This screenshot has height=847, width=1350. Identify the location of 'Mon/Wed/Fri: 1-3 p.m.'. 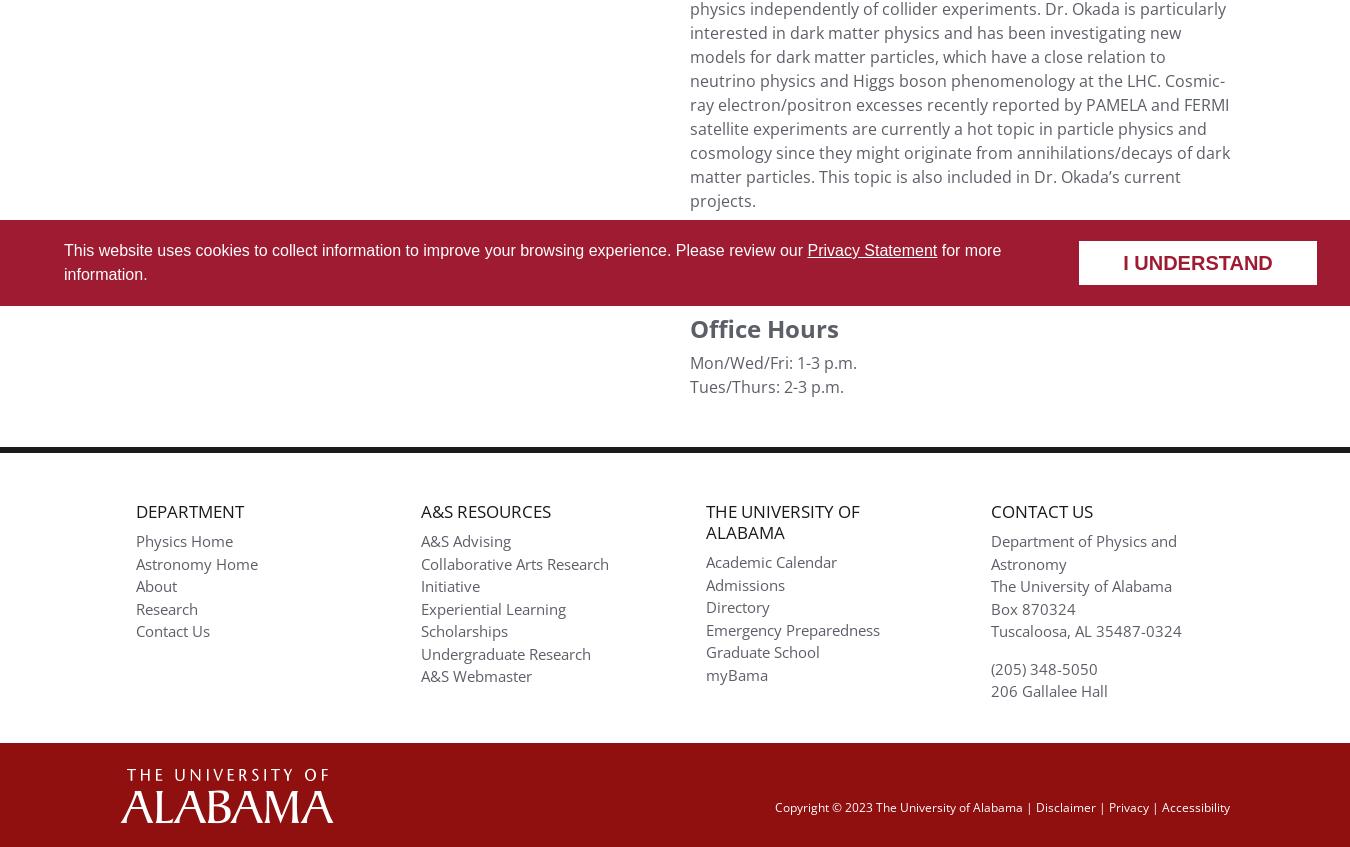
(771, 363).